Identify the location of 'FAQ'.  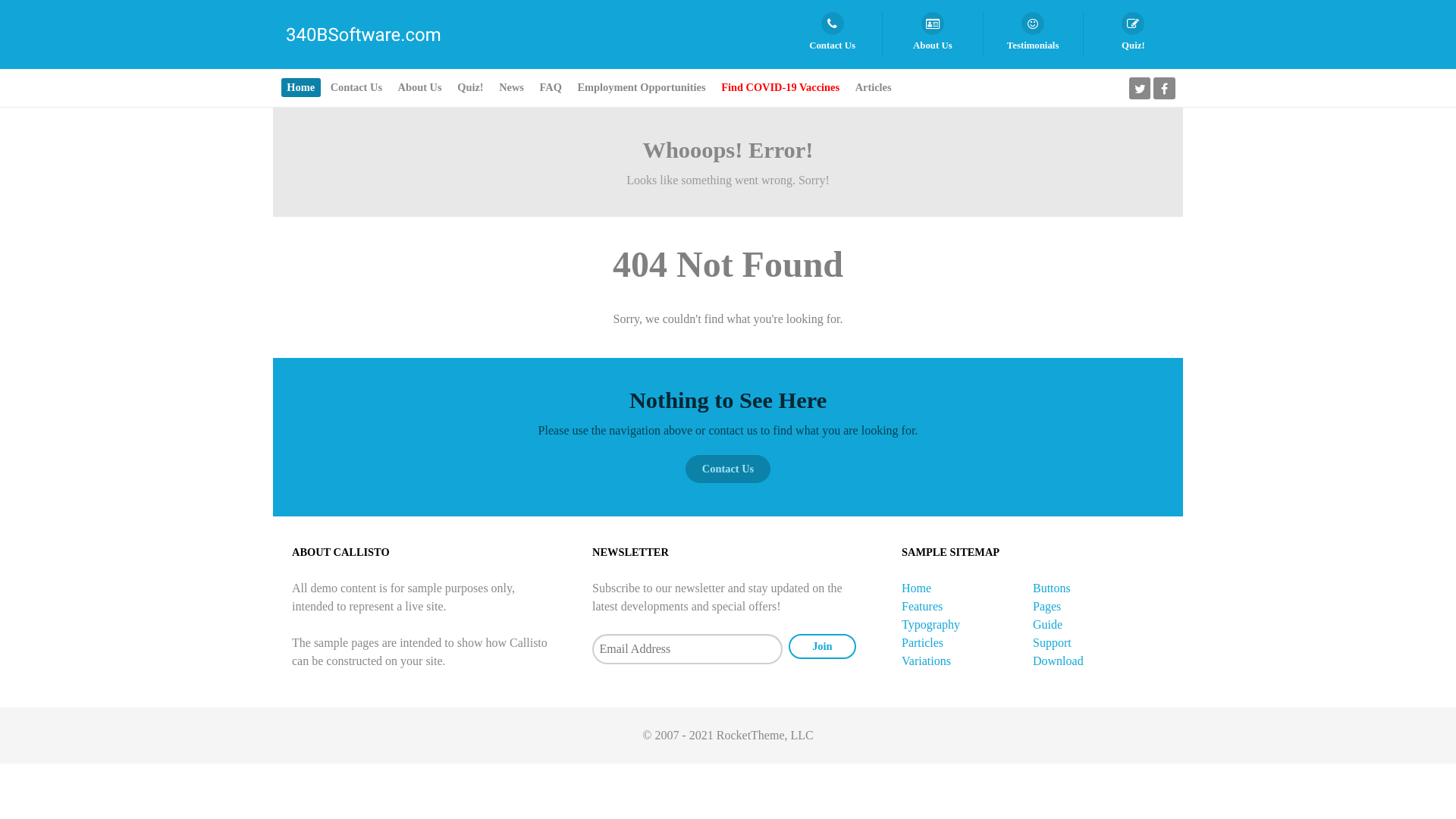
(549, 87).